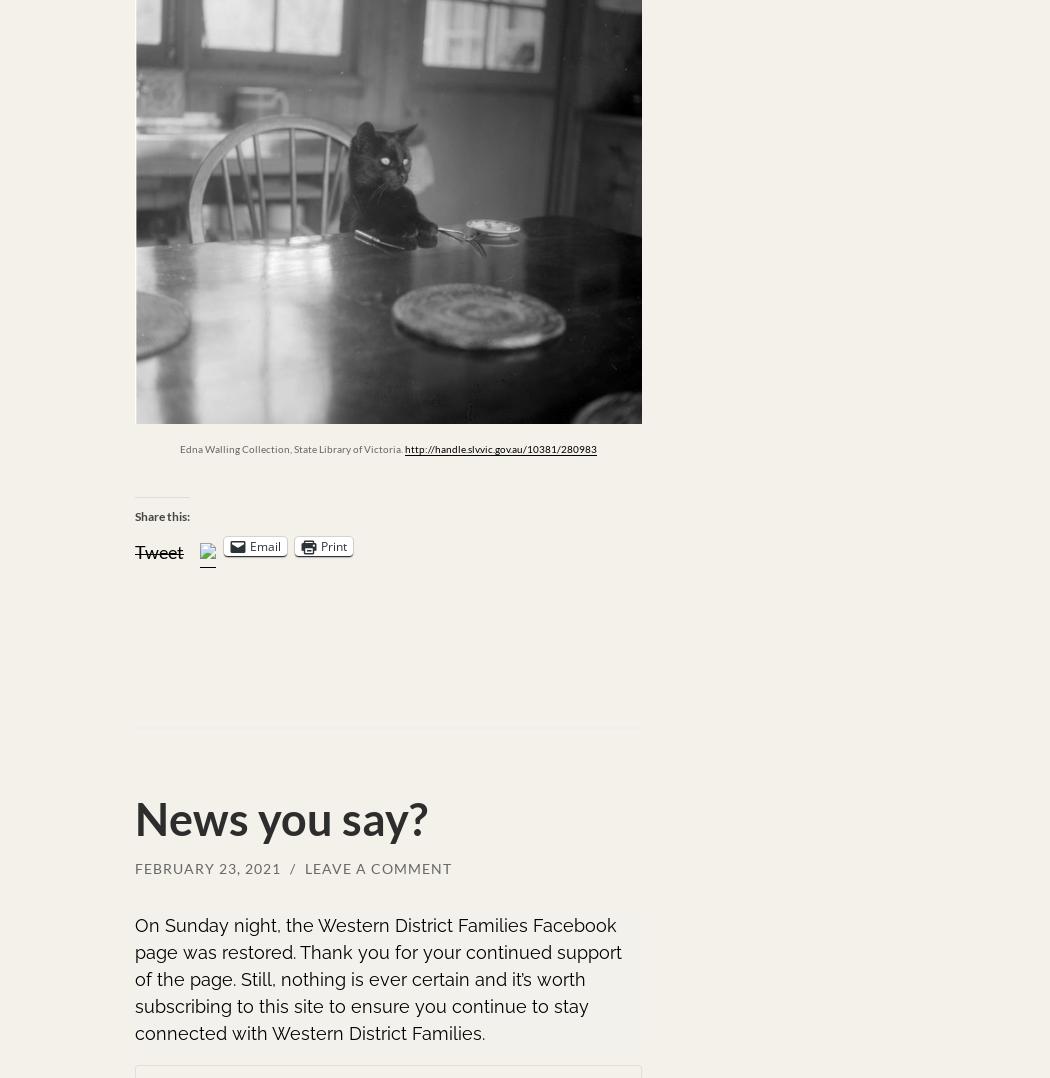  Describe the element at coordinates (264, 544) in the screenshot. I see `'Email'` at that location.